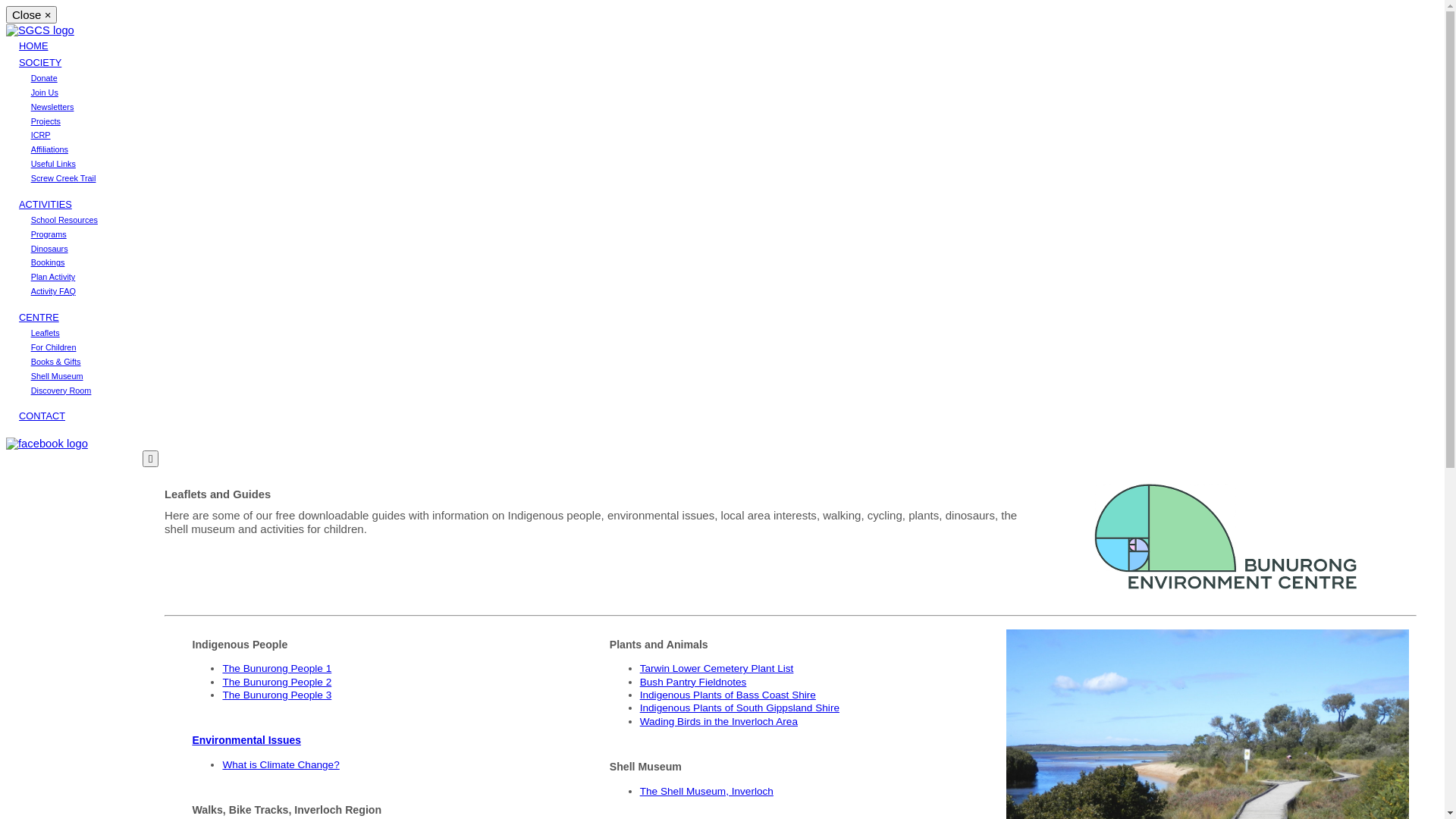  I want to click on 'Bush Pantry Fieldnotes', so click(692, 681).